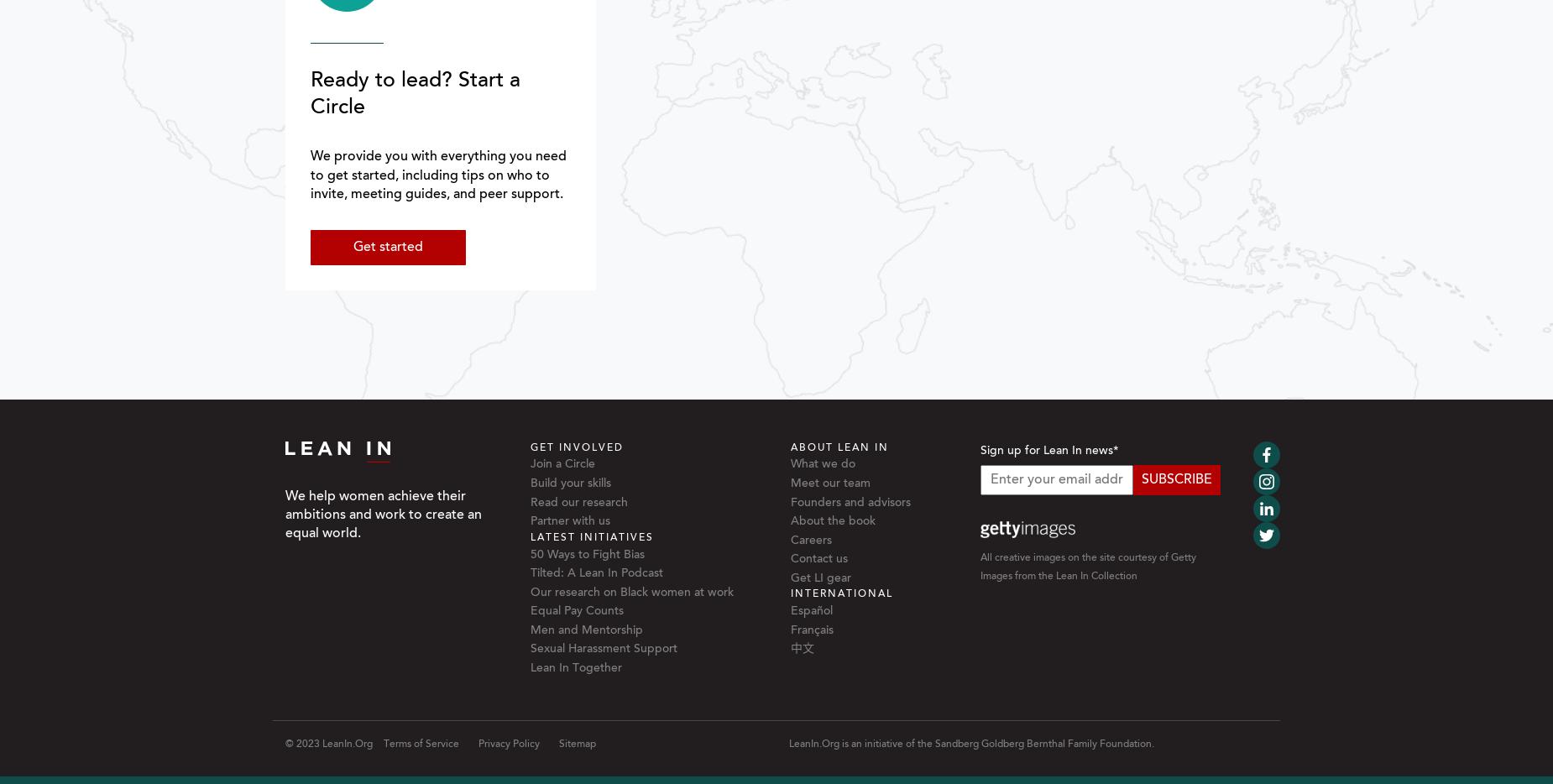  I want to click on 'Equal Pay Counts', so click(576, 611).